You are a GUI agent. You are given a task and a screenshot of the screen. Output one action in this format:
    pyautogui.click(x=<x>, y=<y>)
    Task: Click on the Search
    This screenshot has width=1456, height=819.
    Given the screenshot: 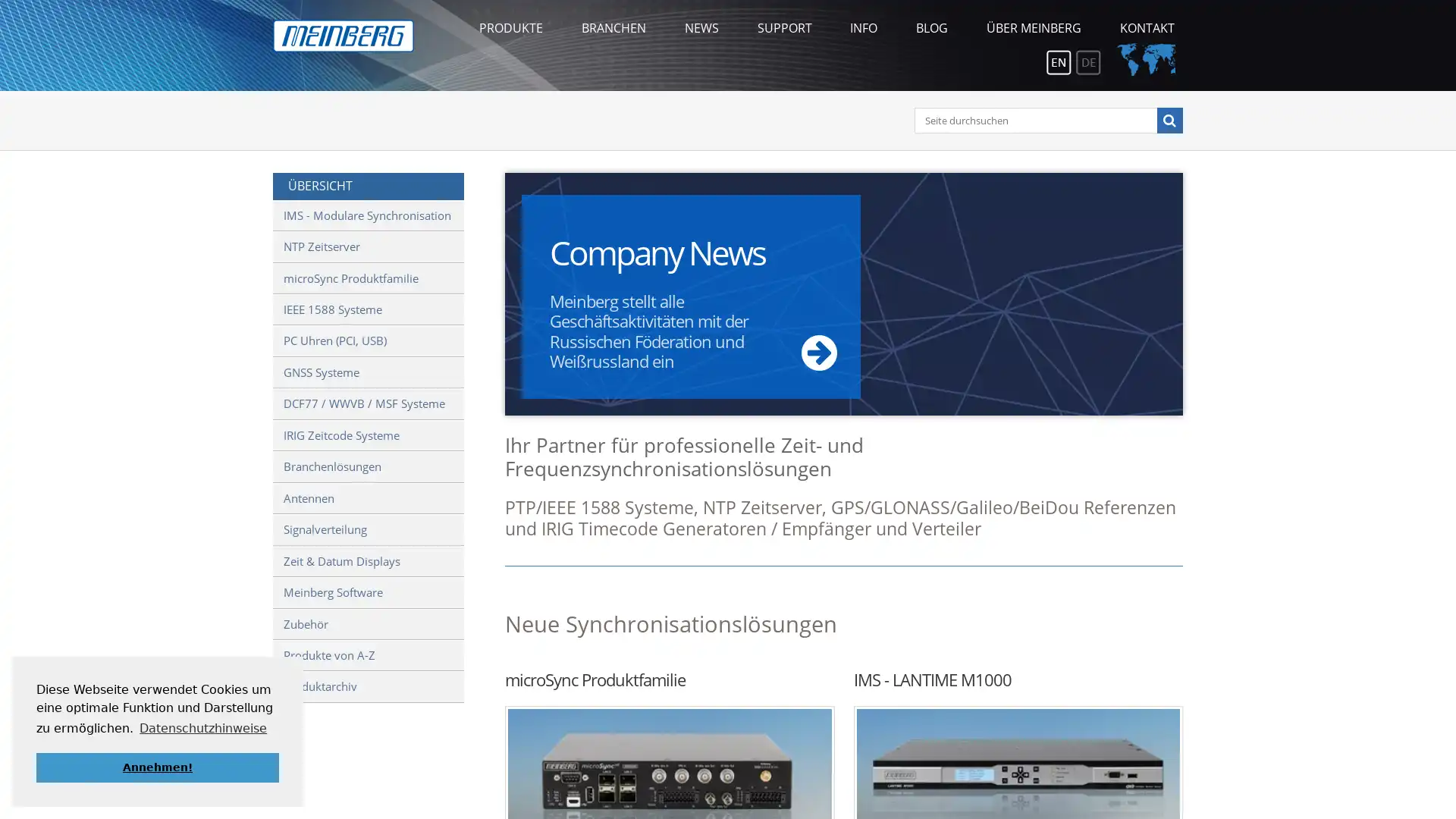 What is the action you would take?
    pyautogui.click(x=1168, y=119)
    